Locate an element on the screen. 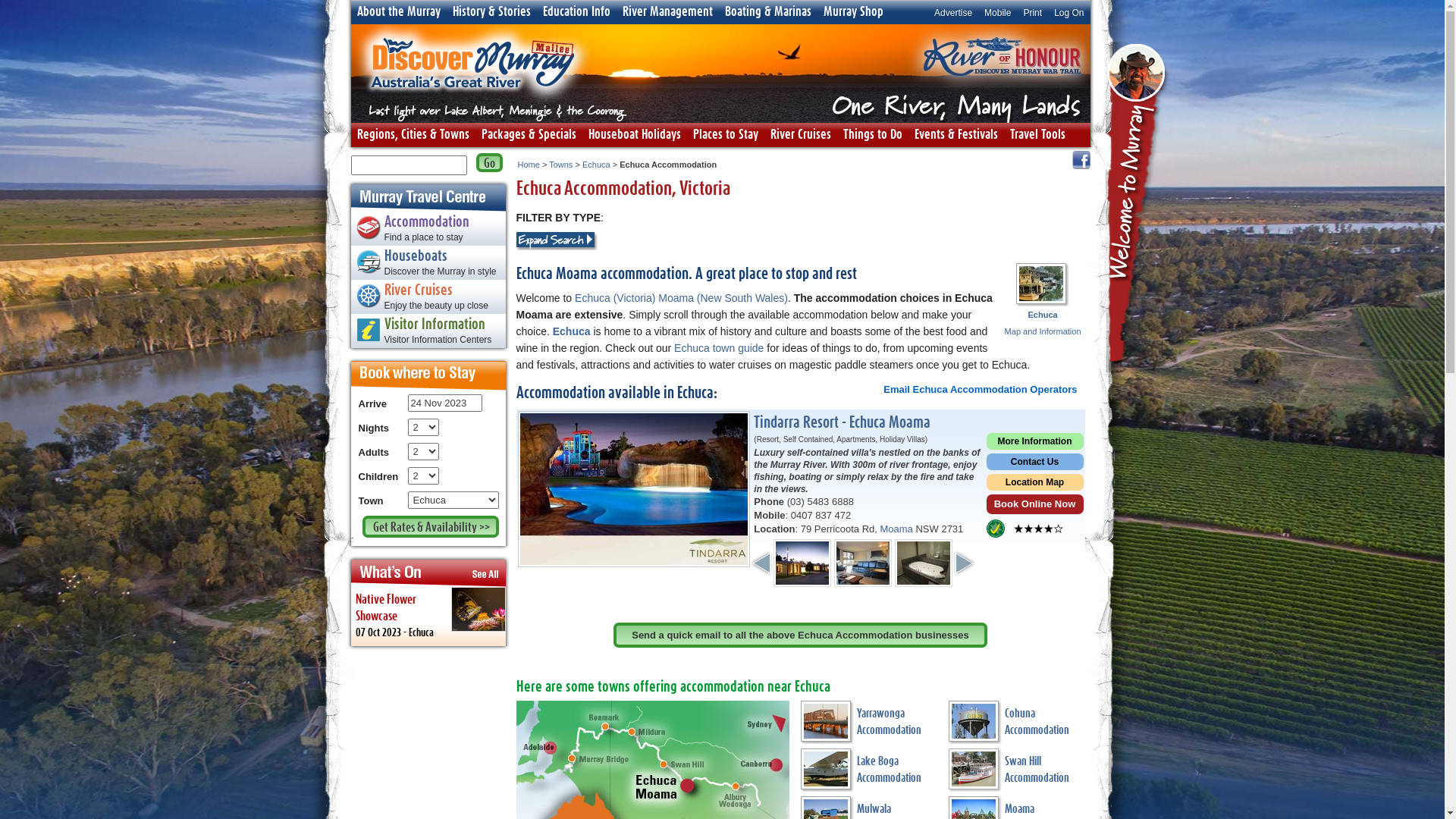 This screenshot has width=1456, height=819. '24 Nov 2023' is located at coordinates (444, 402).